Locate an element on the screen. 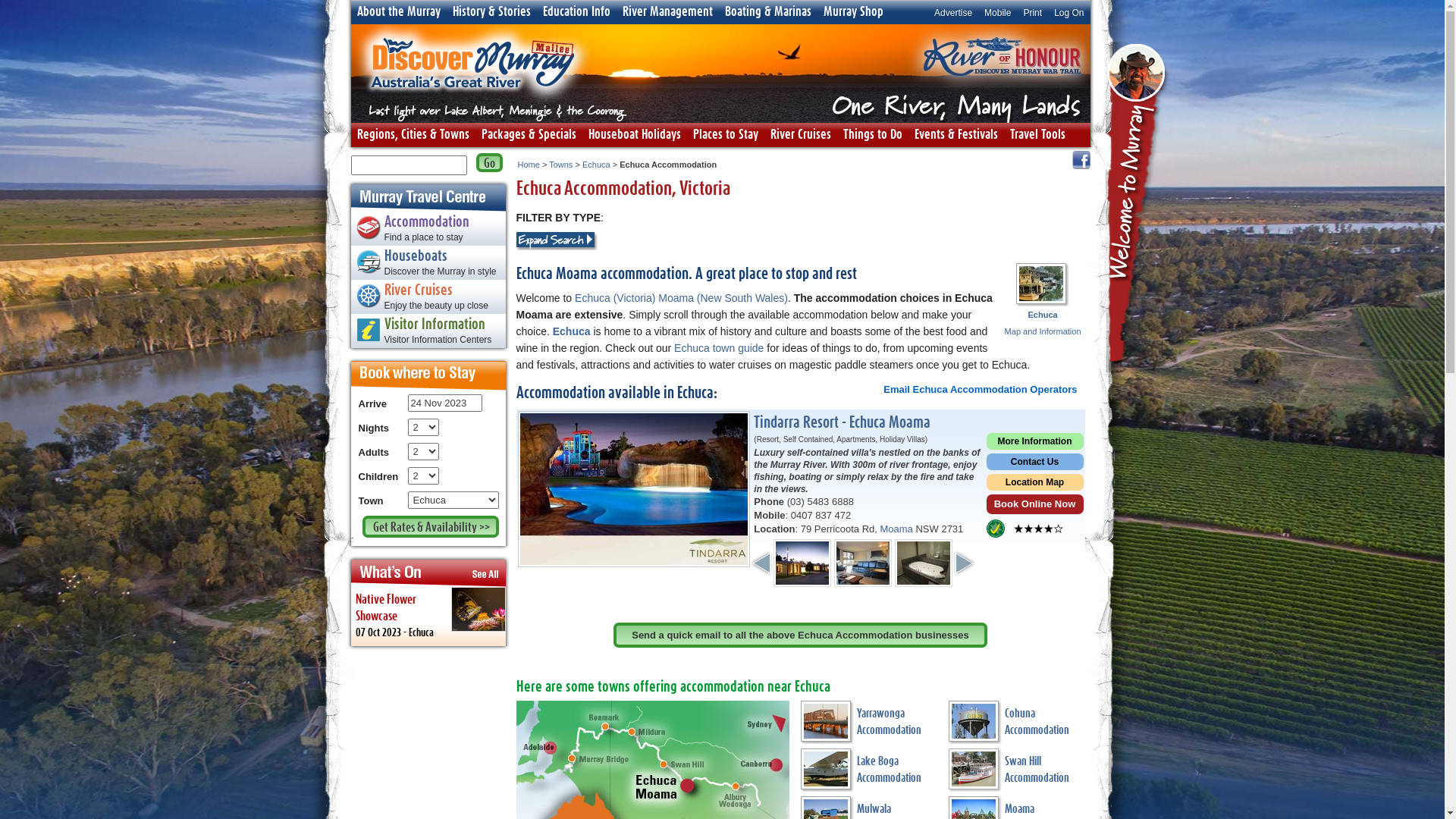 This screenshot has width=1456, height=819. '24 Nov 2023' is located at coordinates (444, 402).